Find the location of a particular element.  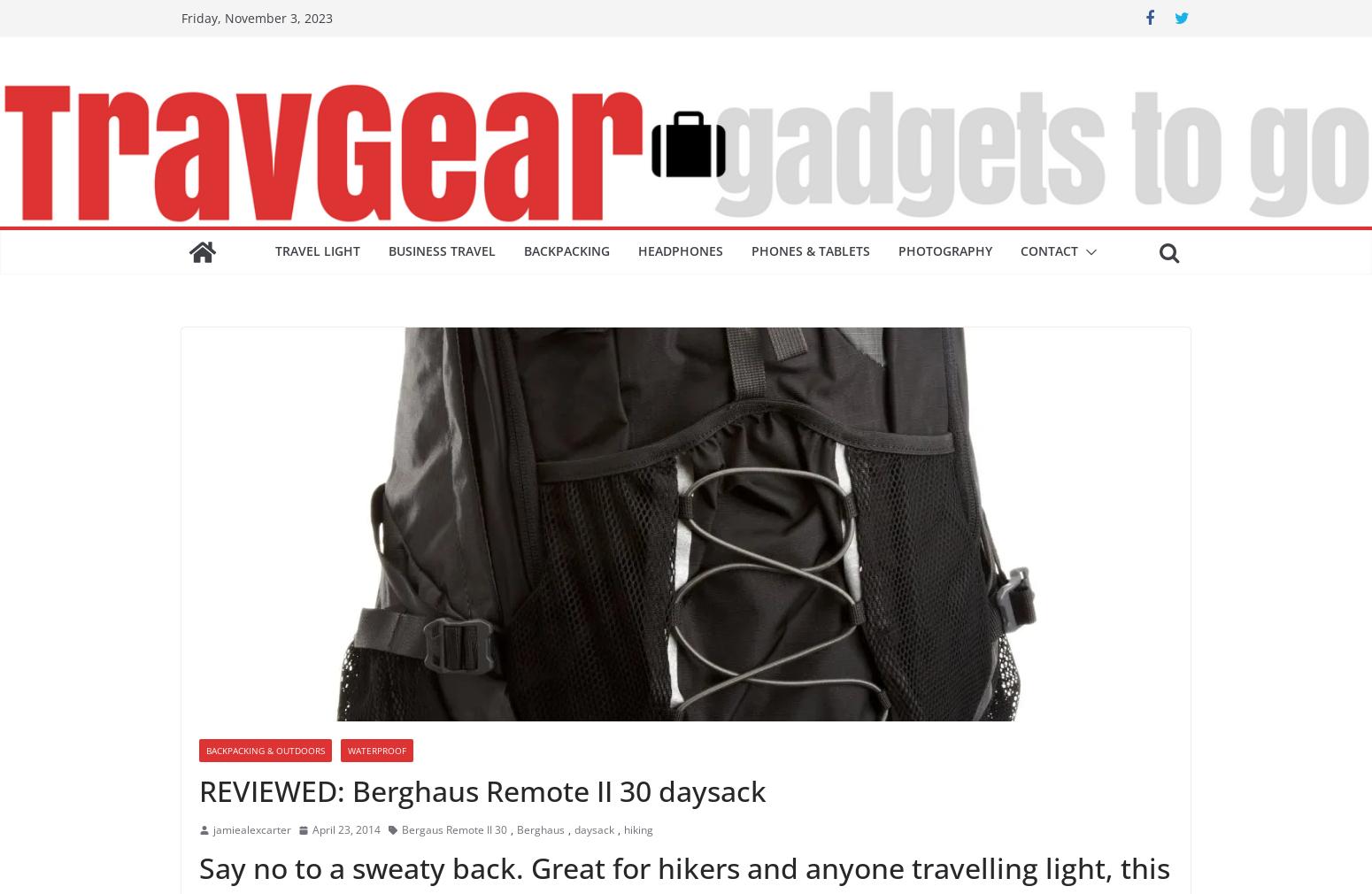

'Headphones' is located at coordinates (636, 250).